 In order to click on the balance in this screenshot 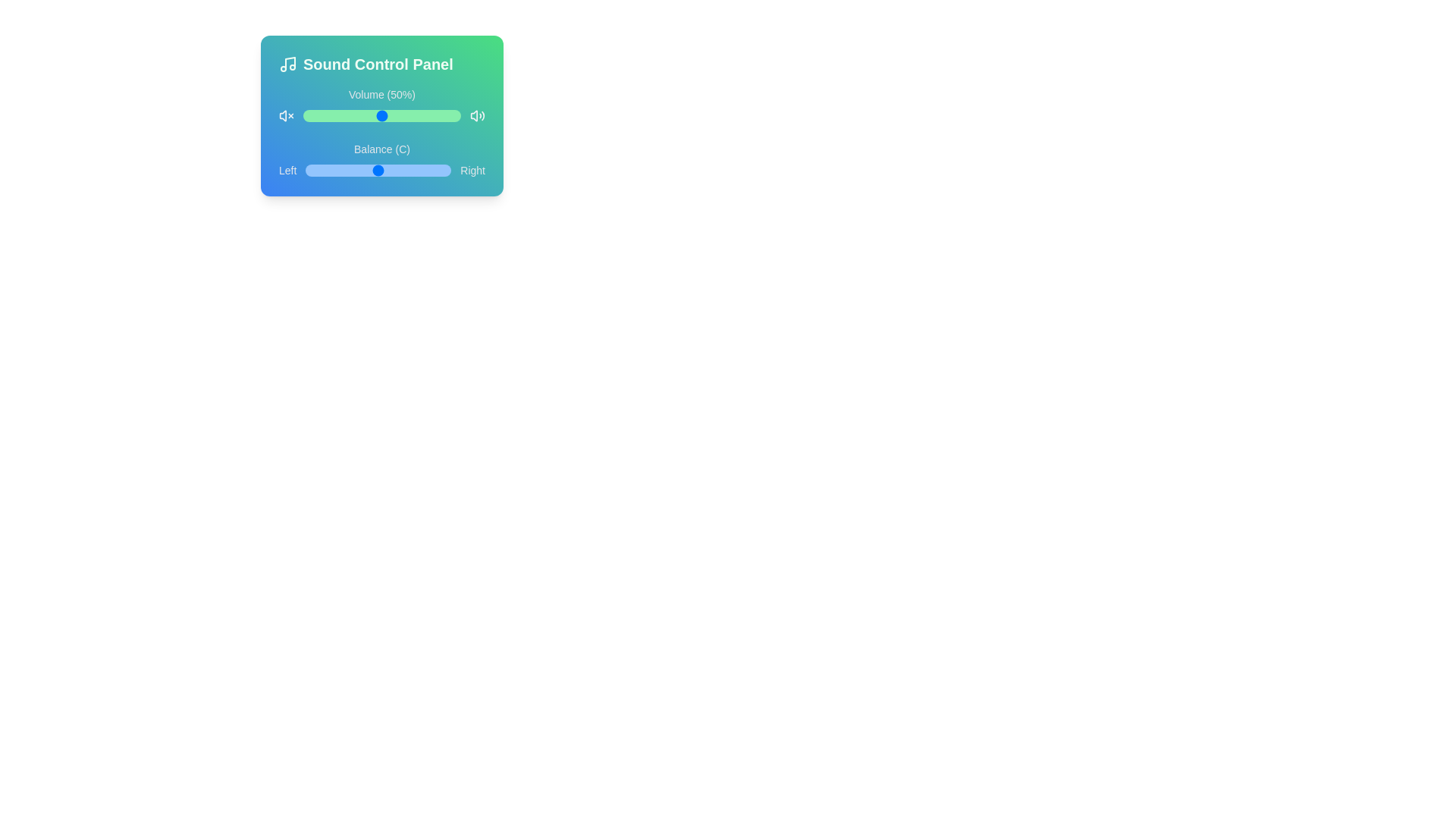, I will do `click(377, 170)`.